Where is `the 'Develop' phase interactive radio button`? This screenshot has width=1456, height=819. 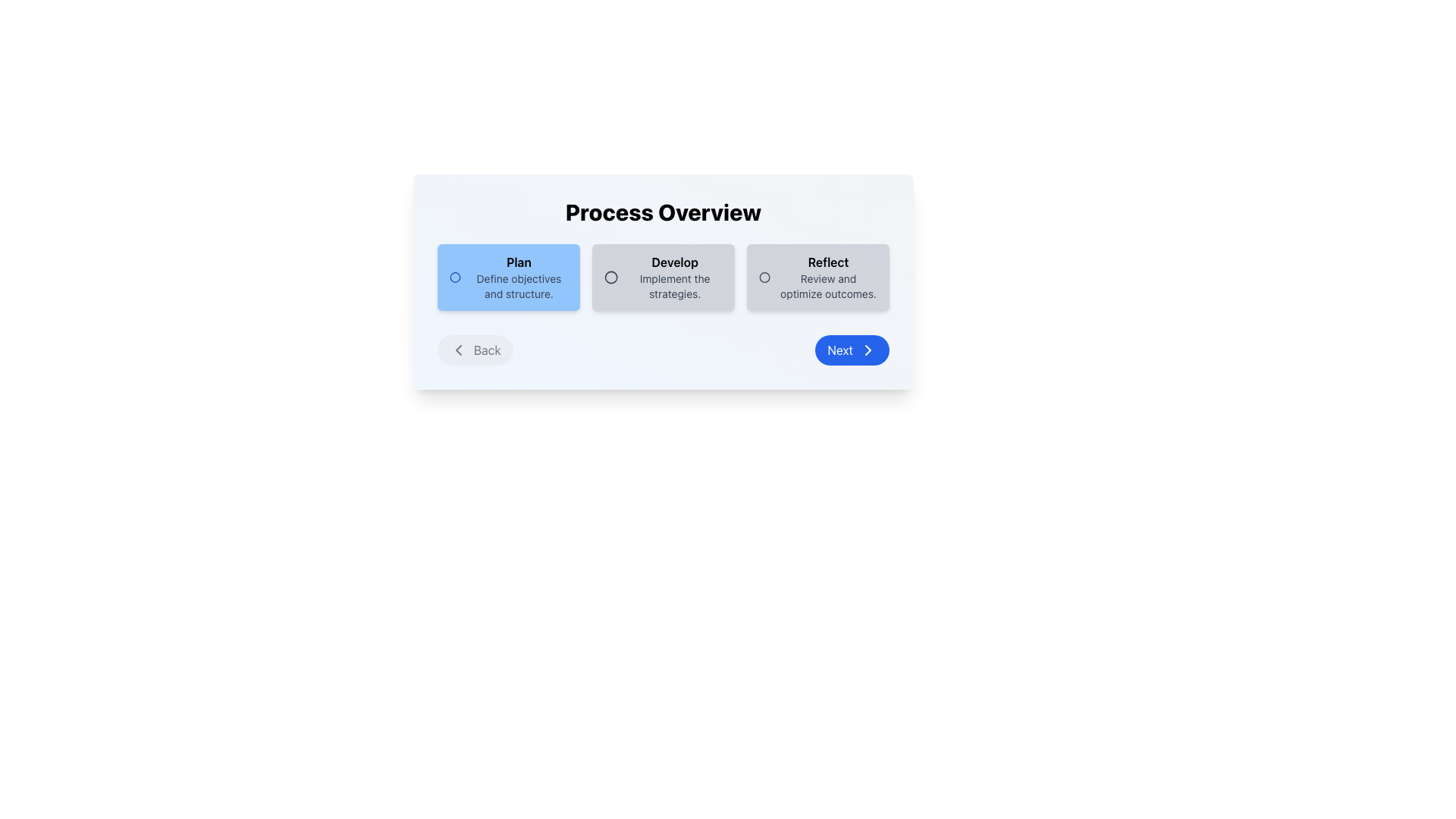
the 'Develop' phase interactive radio button is located at coordinates (663, 278).